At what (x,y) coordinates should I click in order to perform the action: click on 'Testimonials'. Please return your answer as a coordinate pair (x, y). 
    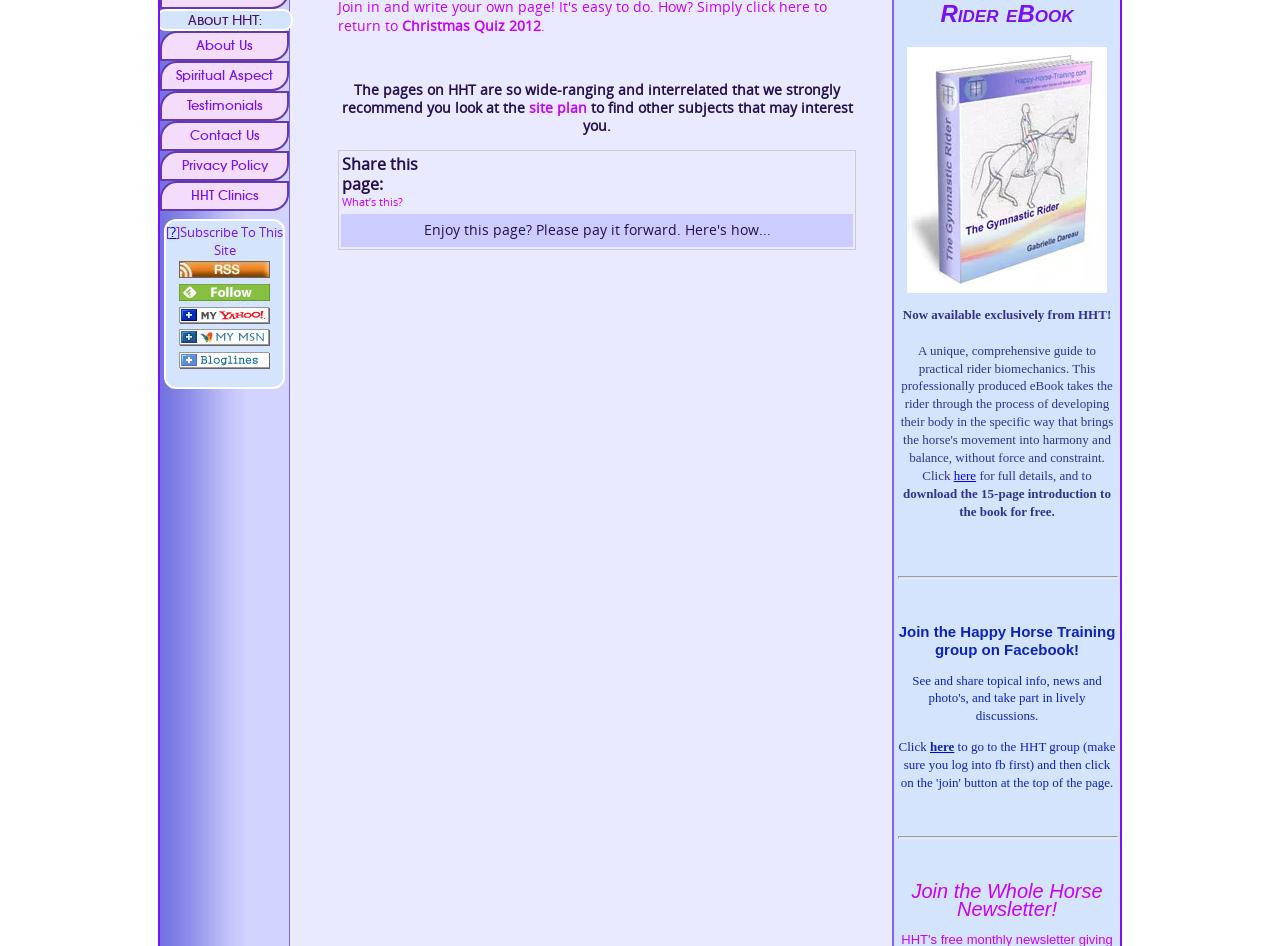
    Looking at the image, I should click on (224, 103).